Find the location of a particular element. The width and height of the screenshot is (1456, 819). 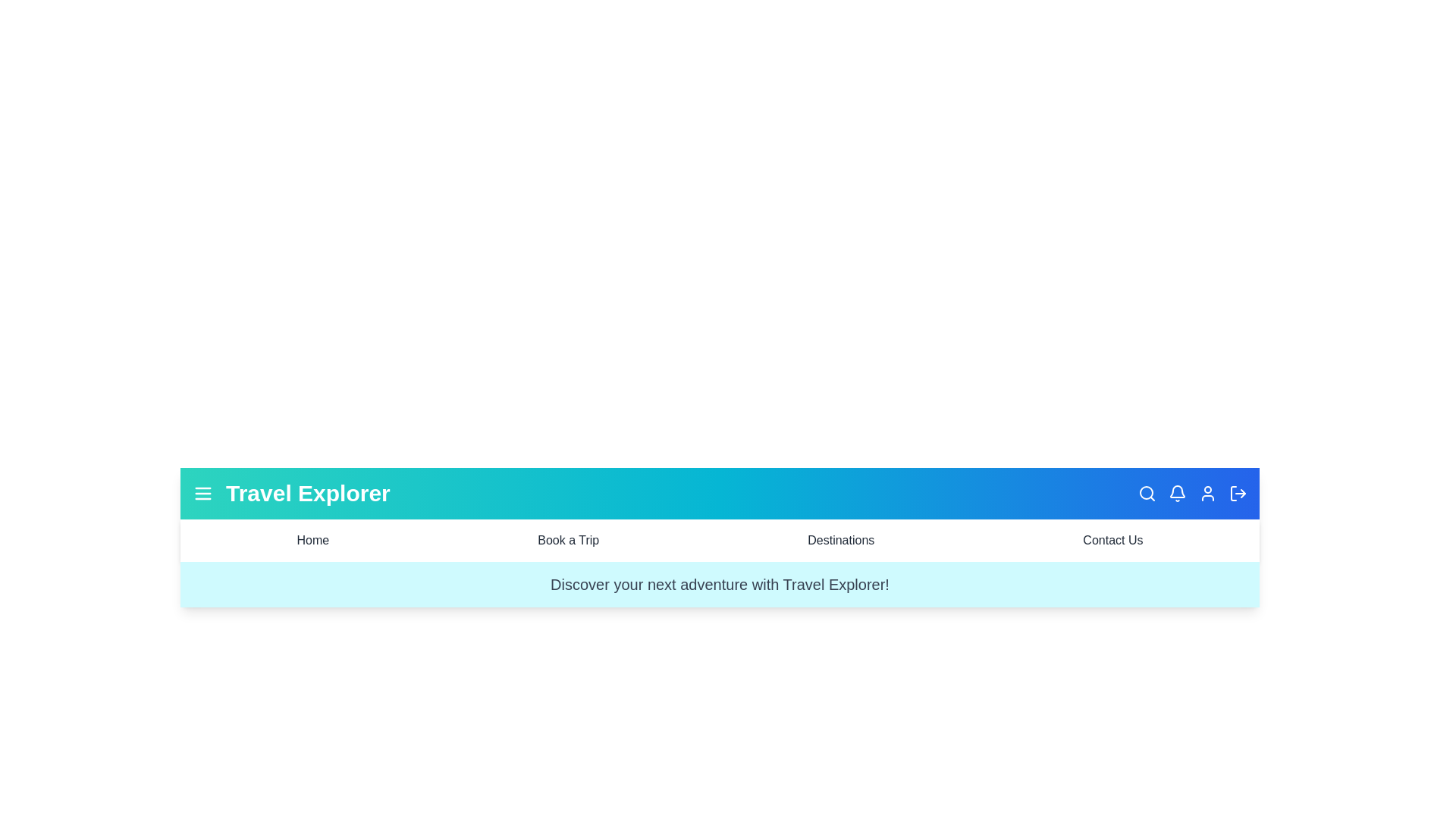

the navigation link labeled Book a Trip is located at coordinates (567, 540).